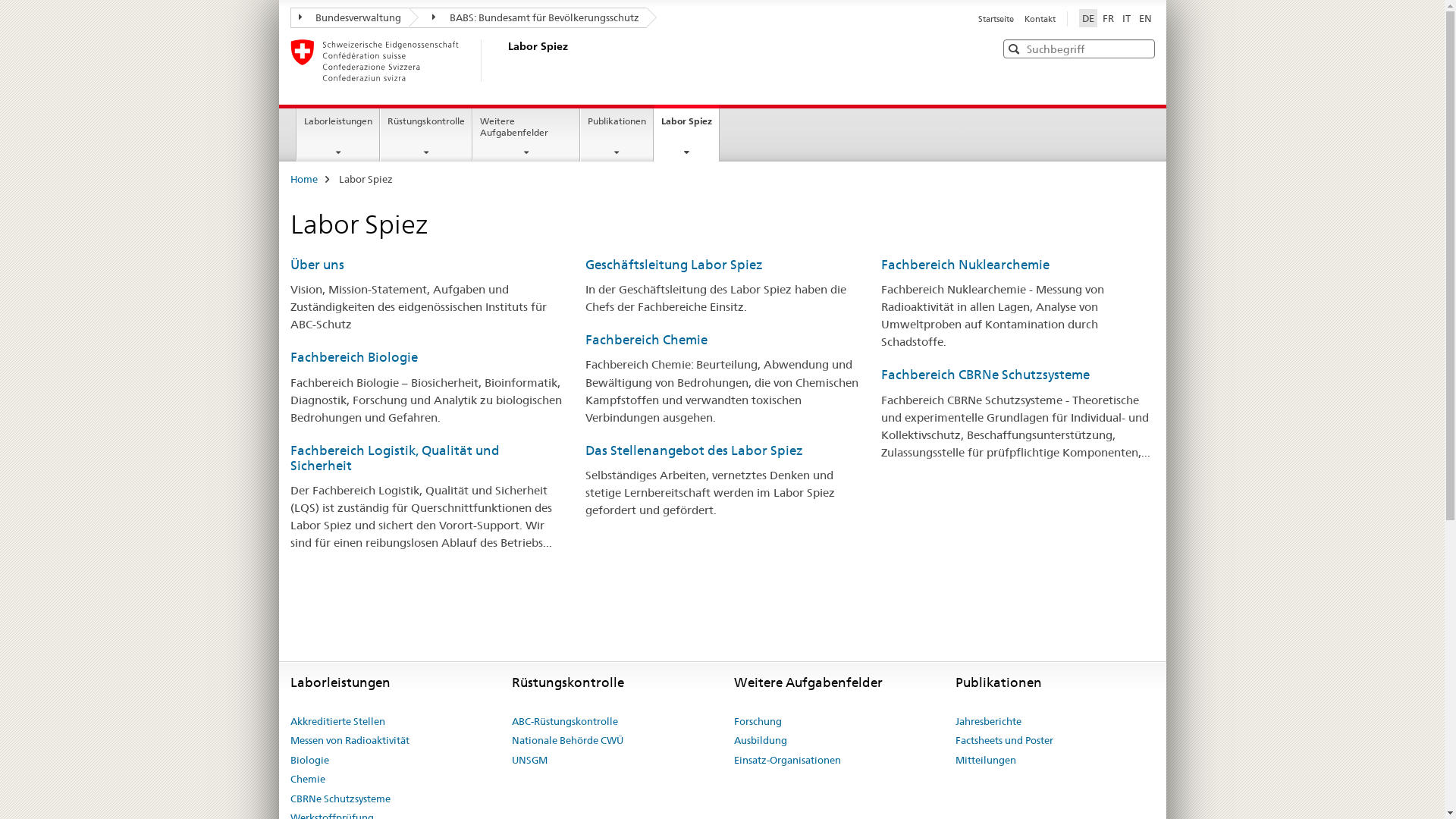  What do you see at coordinates (1087, 17) in the screenshot?
I see `'DE` at bounding box center [1087, 17].